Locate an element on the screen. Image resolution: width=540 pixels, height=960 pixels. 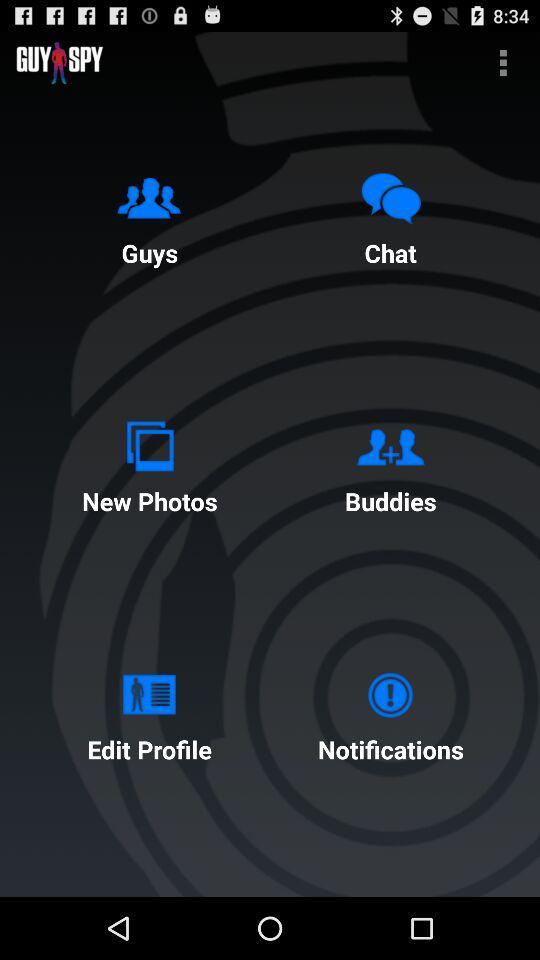
the notifications item is located at coordinates (390, 712).